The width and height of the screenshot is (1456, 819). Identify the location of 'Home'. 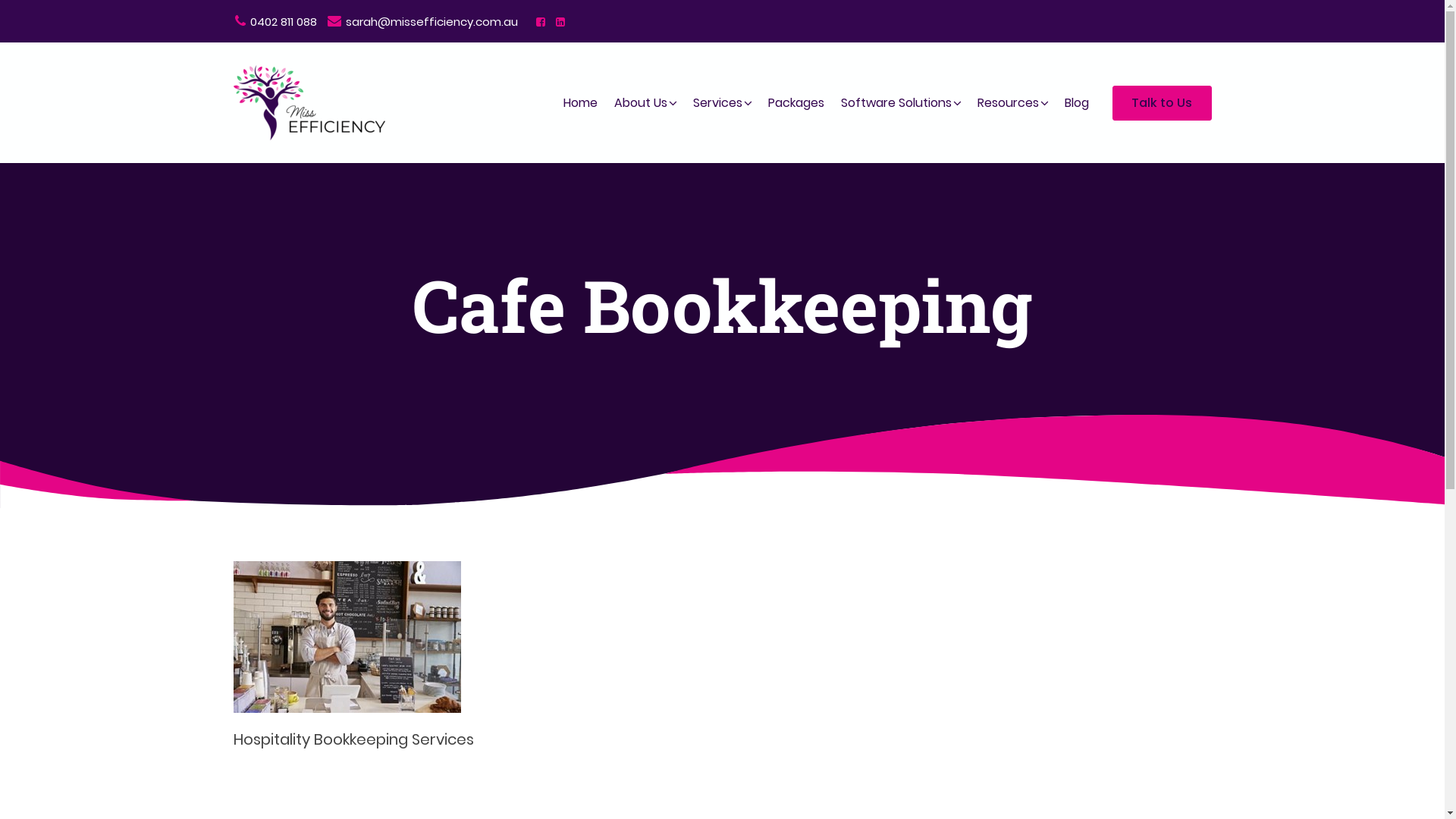
(579, 102).